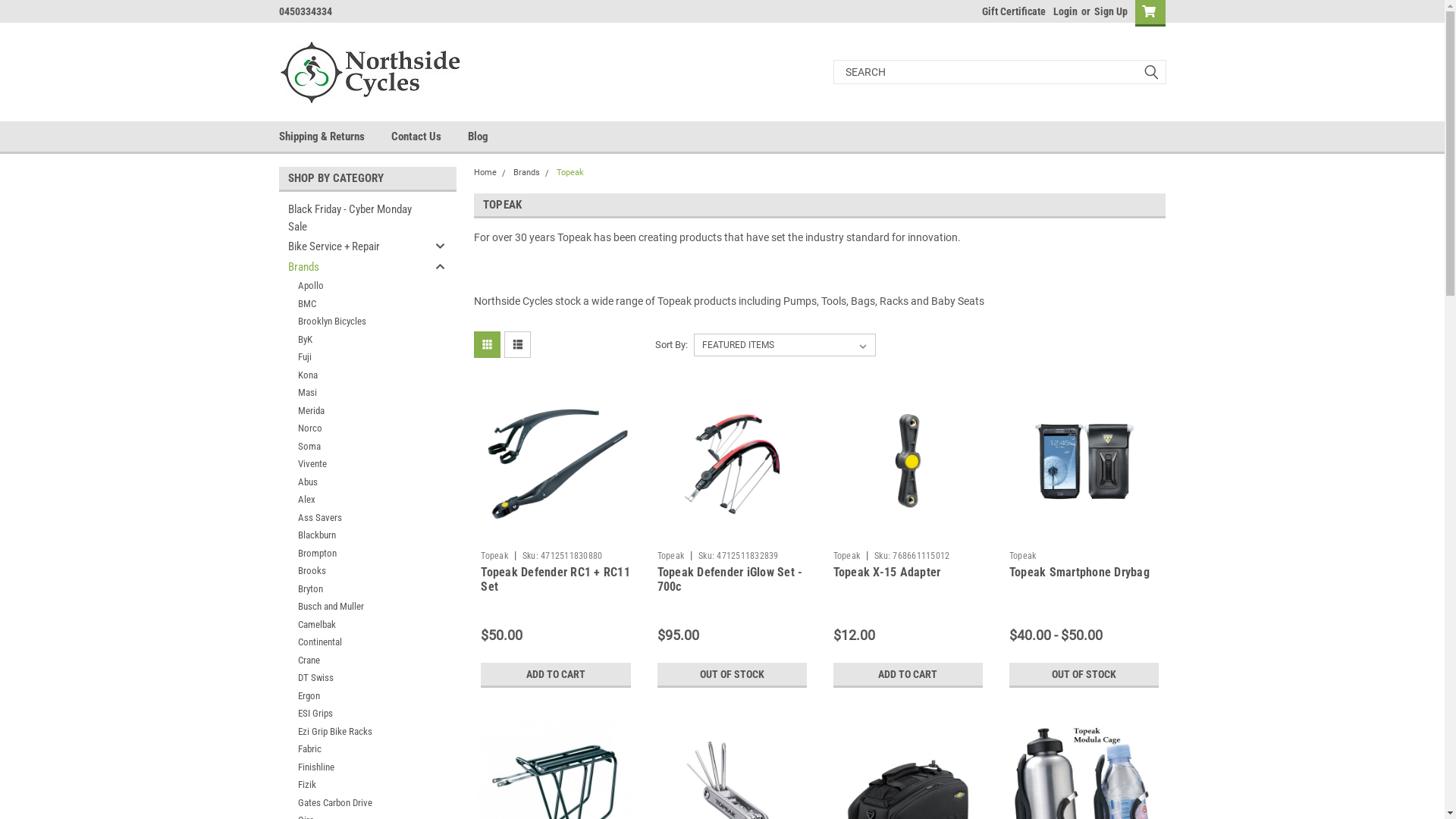  Describe the element at coordinates (570, 171) in the screenshot. I see `'Topeak'` at that location.